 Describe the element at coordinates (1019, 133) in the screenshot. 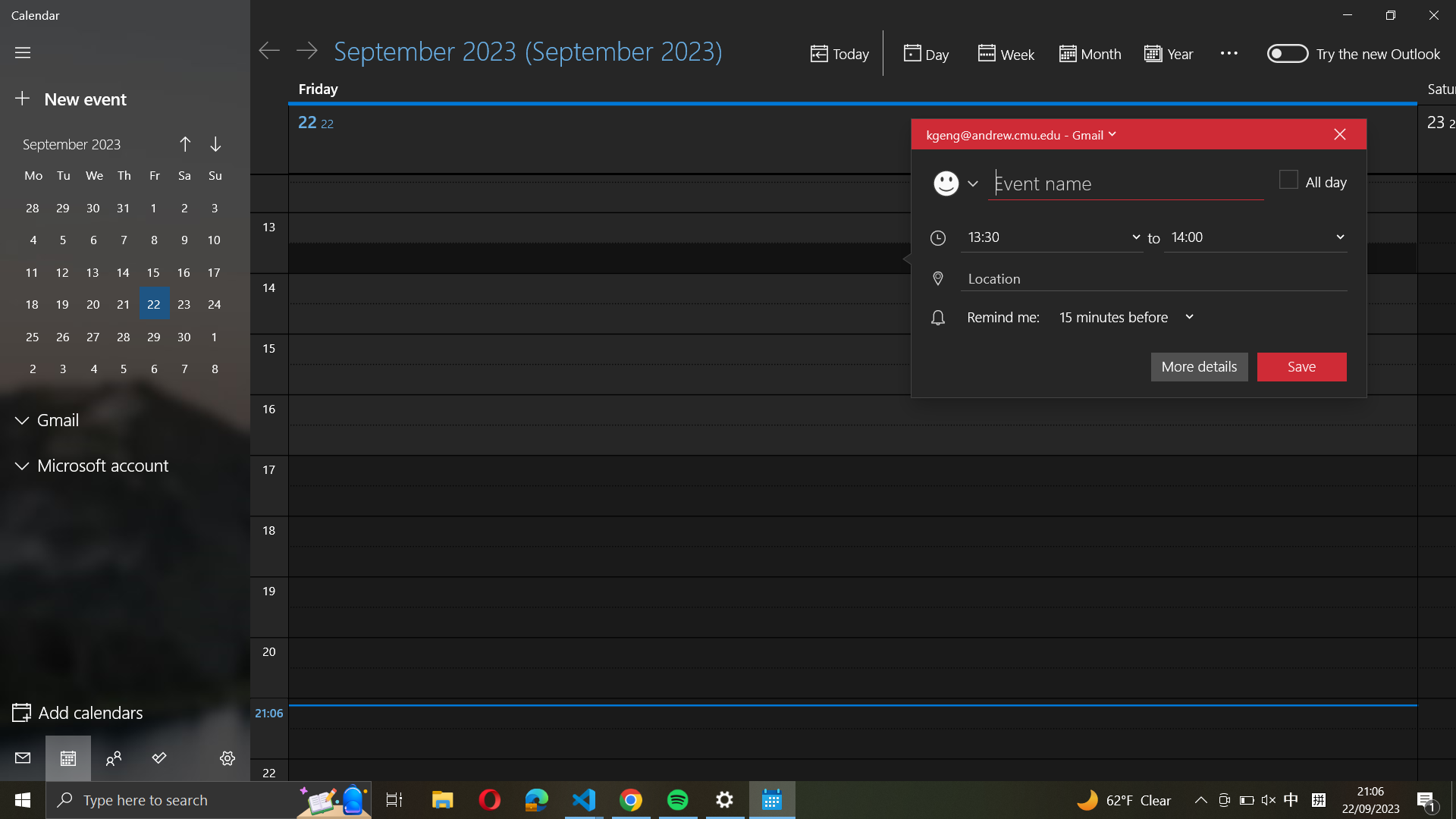

I see `Alter the event account information` at that location.